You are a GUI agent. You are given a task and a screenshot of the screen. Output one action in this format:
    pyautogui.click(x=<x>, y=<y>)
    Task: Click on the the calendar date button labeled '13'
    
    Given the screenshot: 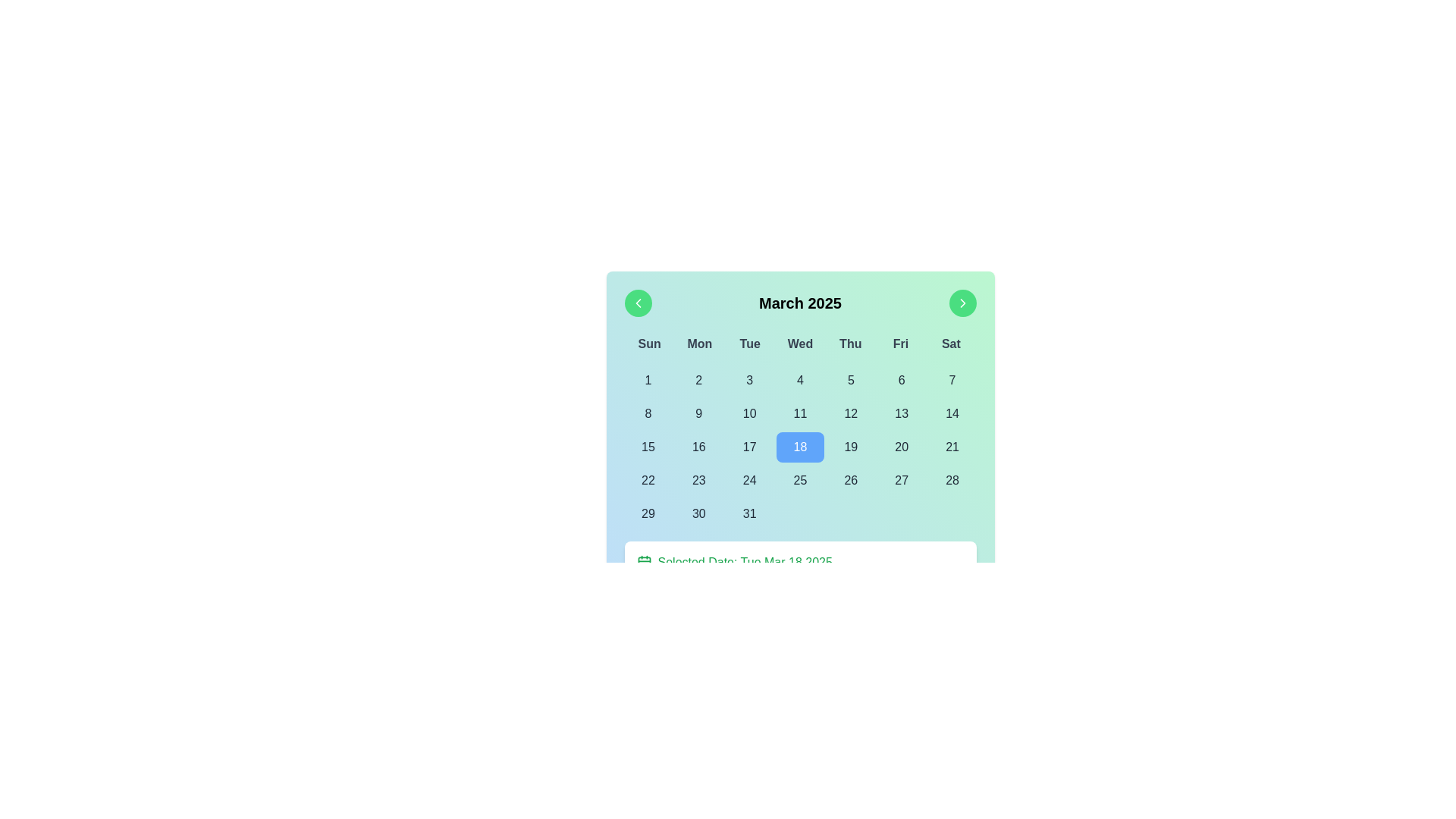 What is the action you would take?
    pyautogui.click(x=902, y=414)
    